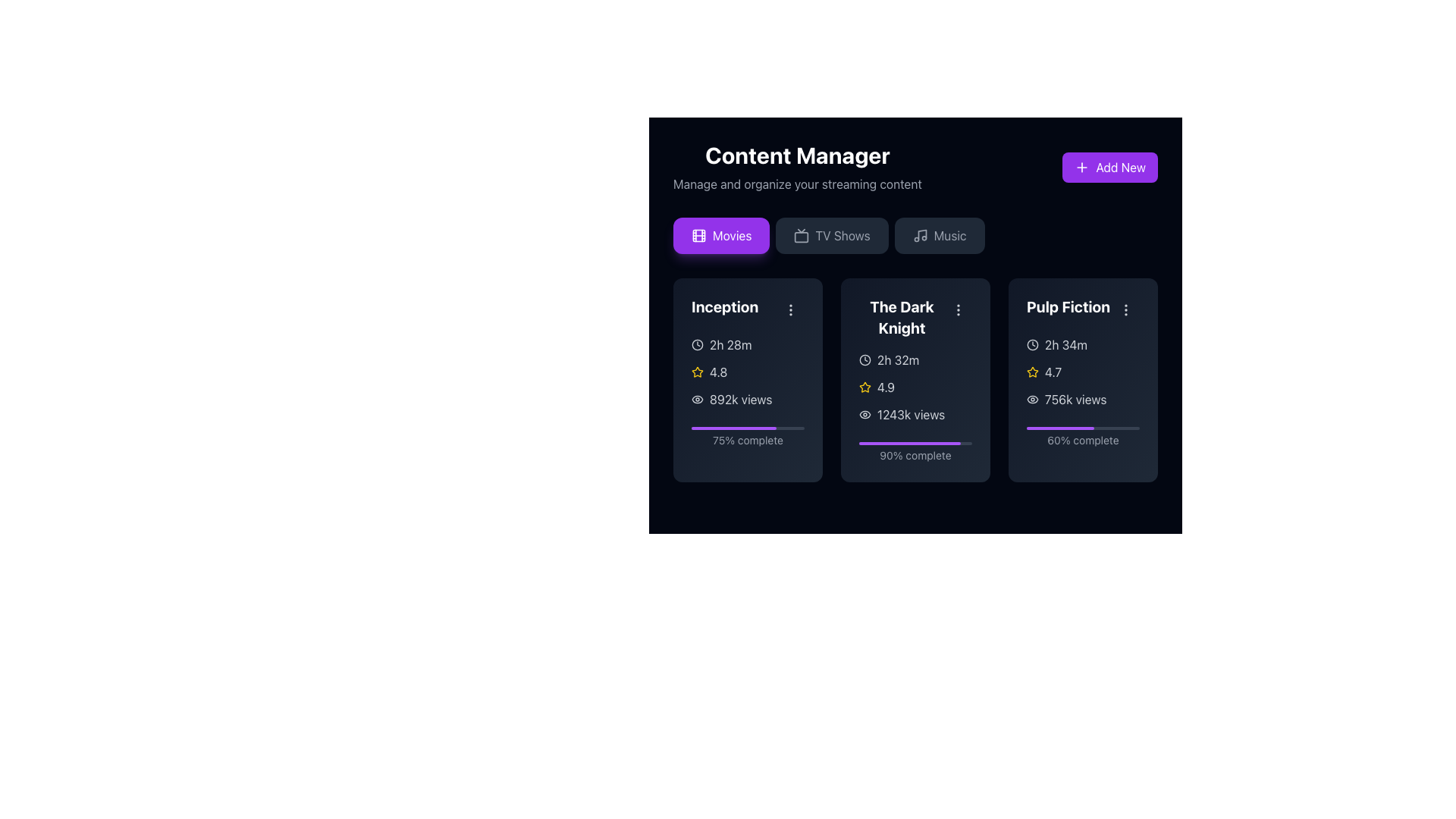  Describe the element at coordinates (915, 379) in the screenshot. I see `the second informational card in the movie category that displays details such as title, duration, rating, view count, and progress of watching` at that location.